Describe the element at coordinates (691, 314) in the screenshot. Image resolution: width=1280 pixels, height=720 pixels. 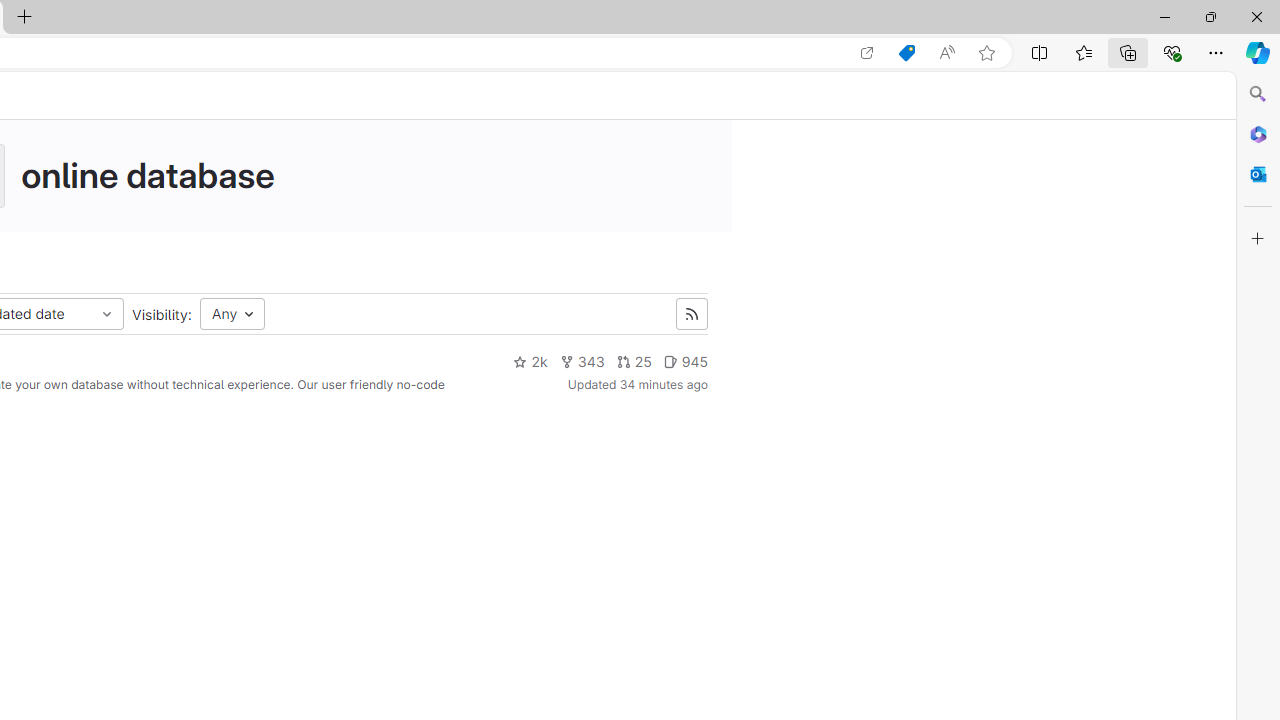
I see `'Subscribe to the new projects feed'` at that location.